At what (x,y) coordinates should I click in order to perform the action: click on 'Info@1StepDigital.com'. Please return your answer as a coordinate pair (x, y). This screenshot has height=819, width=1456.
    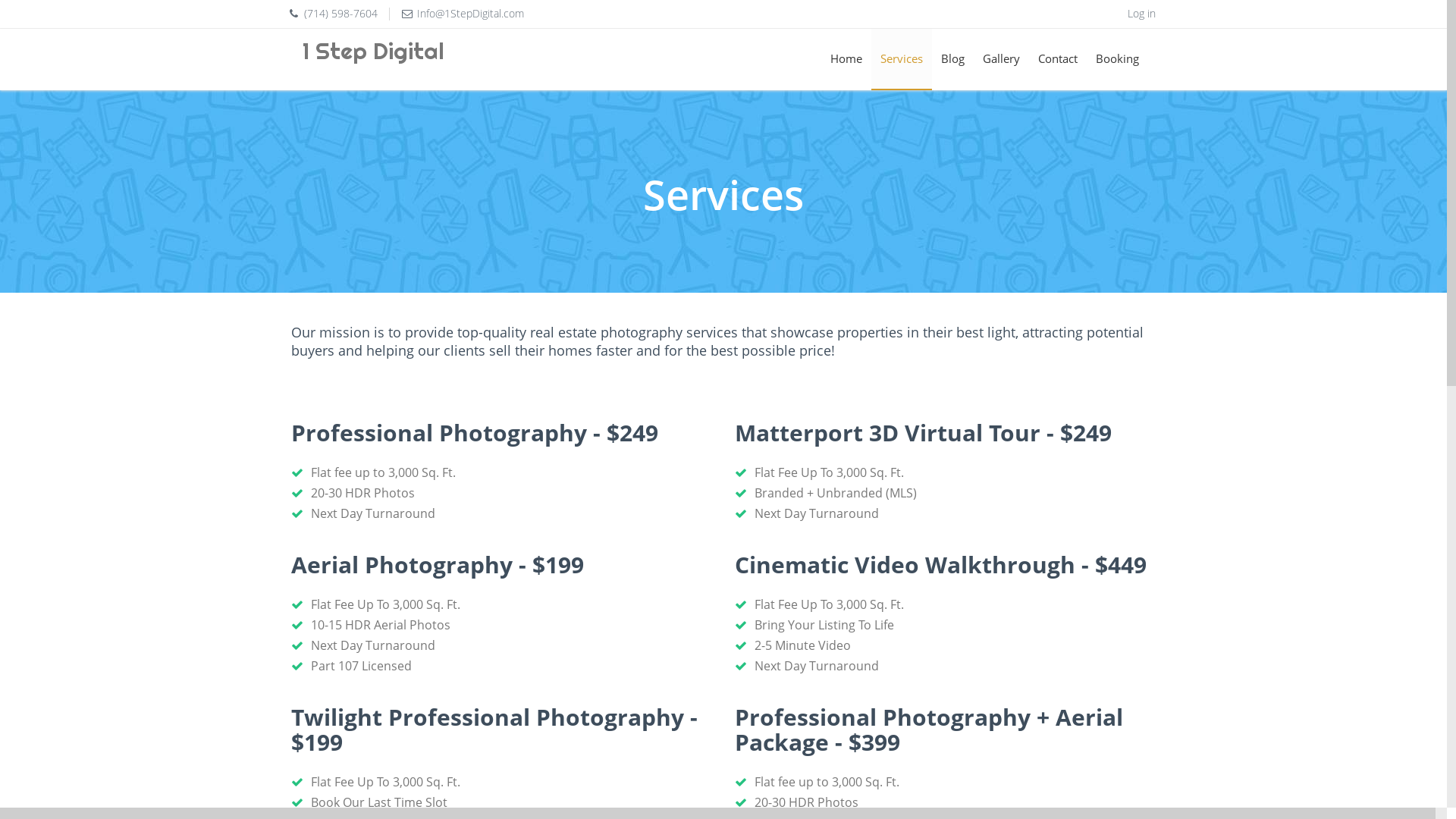
    Looking at the image, I should click on (417, 13).